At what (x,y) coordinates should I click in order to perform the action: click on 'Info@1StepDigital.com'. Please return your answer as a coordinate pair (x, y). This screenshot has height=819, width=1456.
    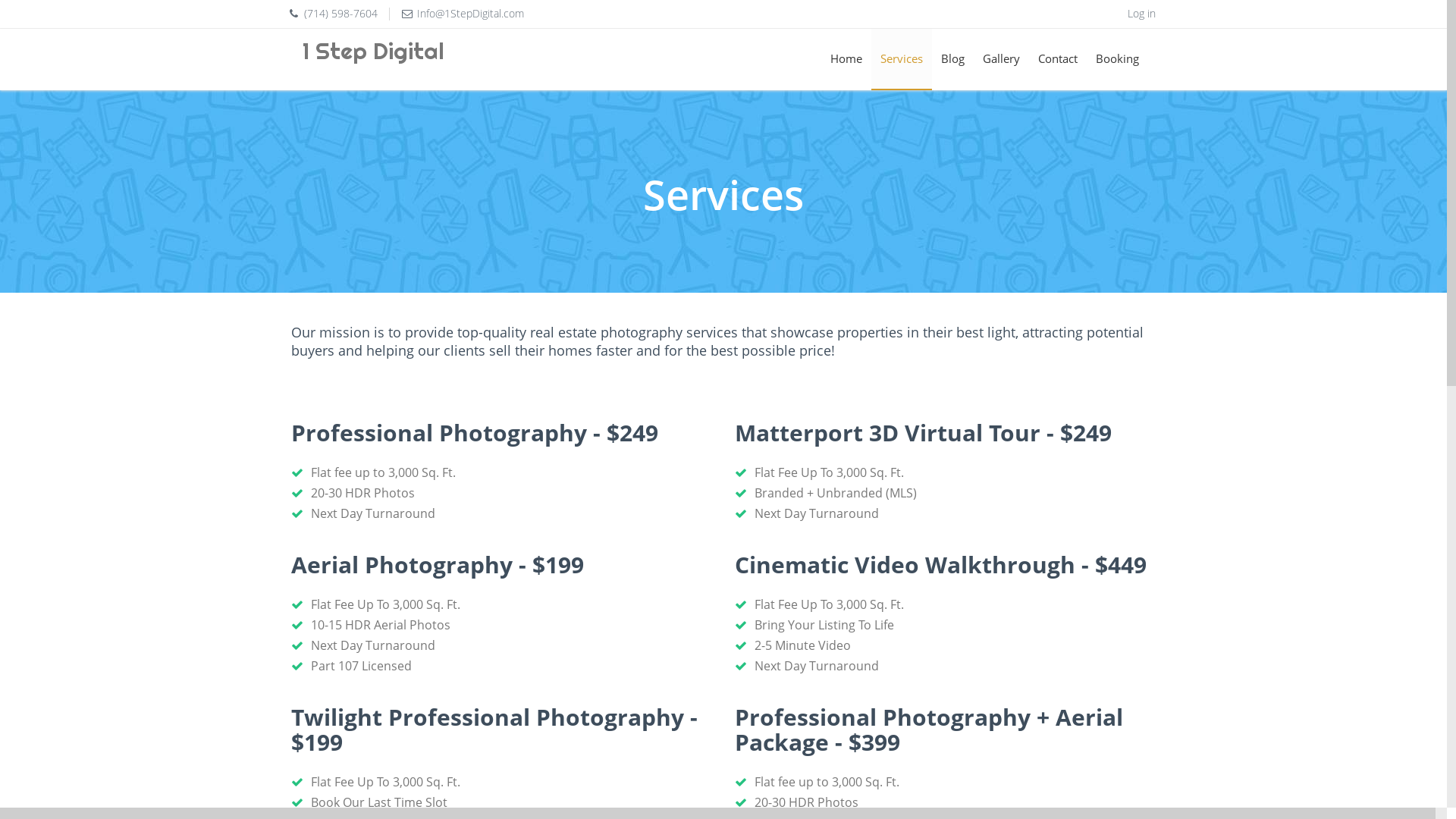
    Looking at the image, I should click on (417, 13).